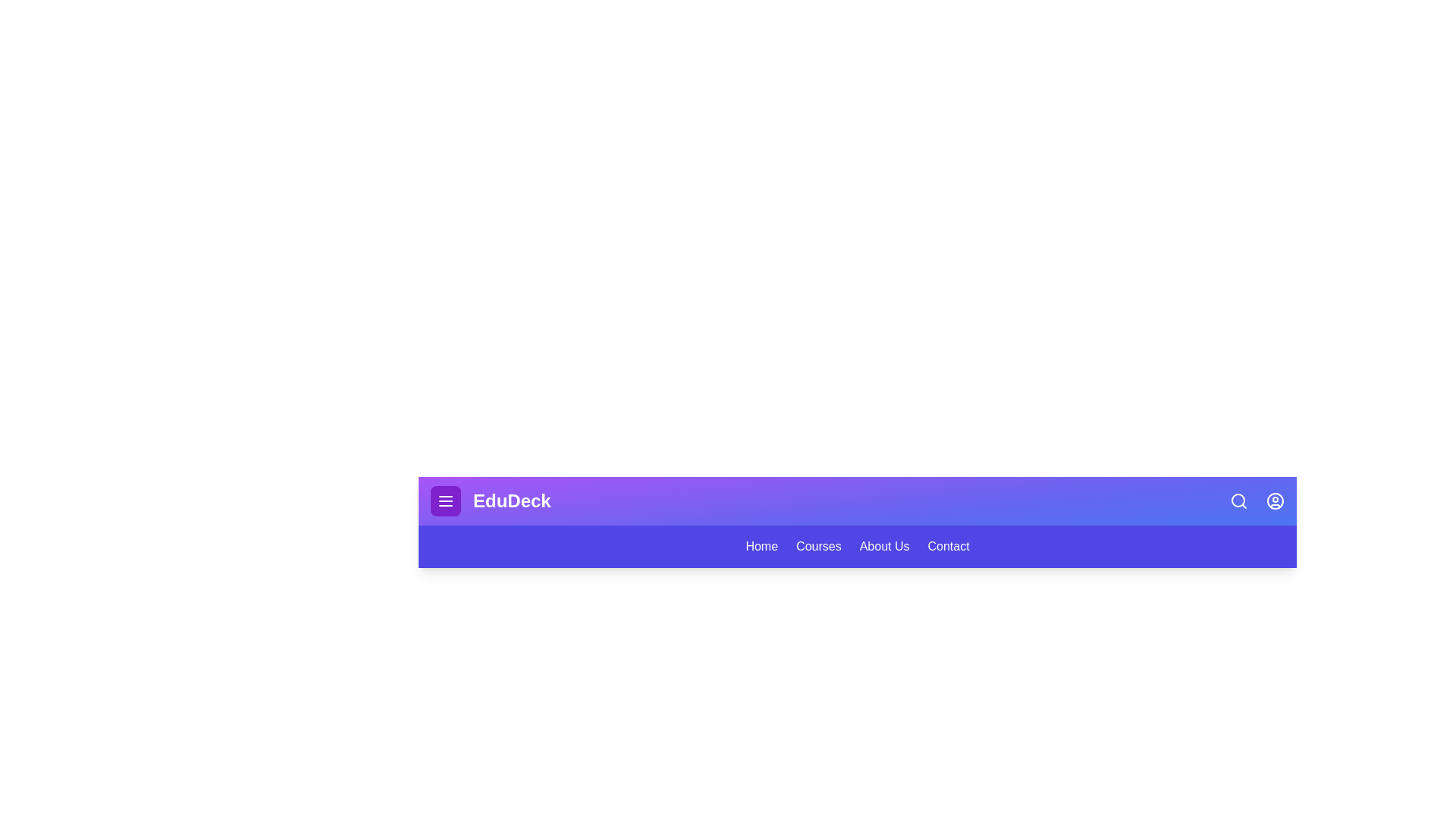 The width and height of the screenshot is (1456, 819). I want to click on the search icon in the app bar, so click(1238, 500).